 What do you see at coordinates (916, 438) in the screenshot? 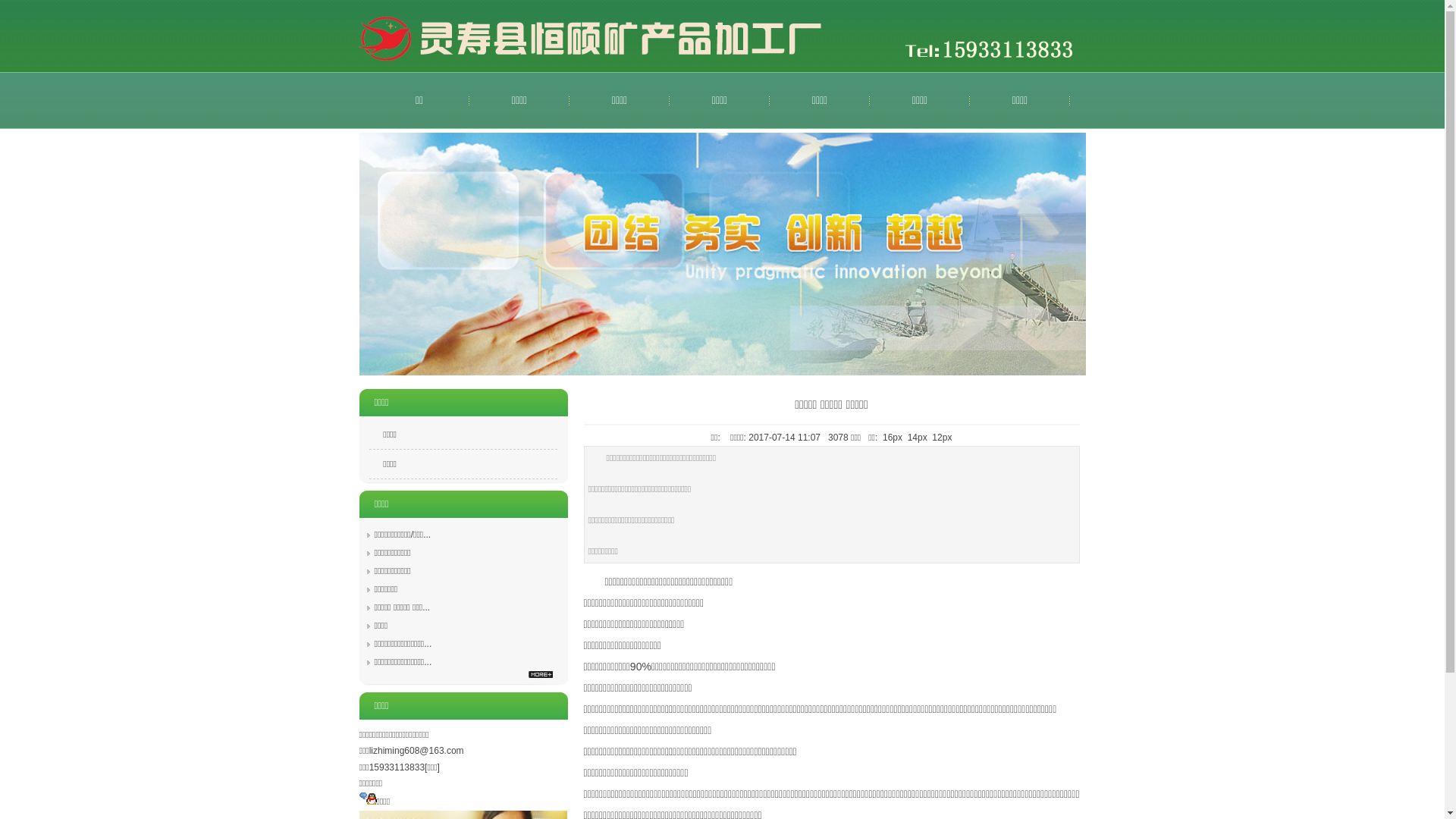
I see `'14px'` at bounding box center [916, 438].